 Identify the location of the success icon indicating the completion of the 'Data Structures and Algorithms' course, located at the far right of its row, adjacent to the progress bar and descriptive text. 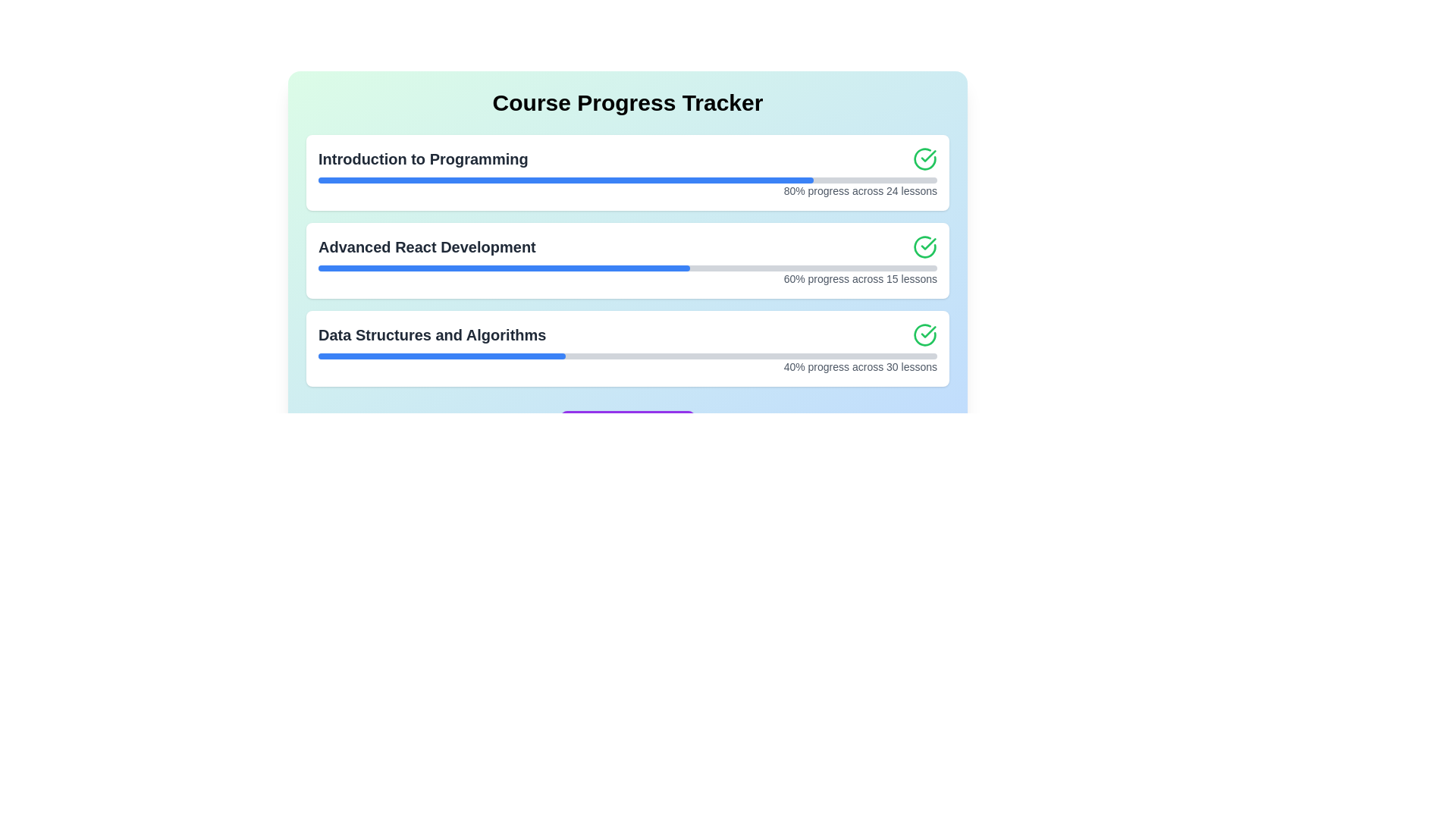
(924, 334).